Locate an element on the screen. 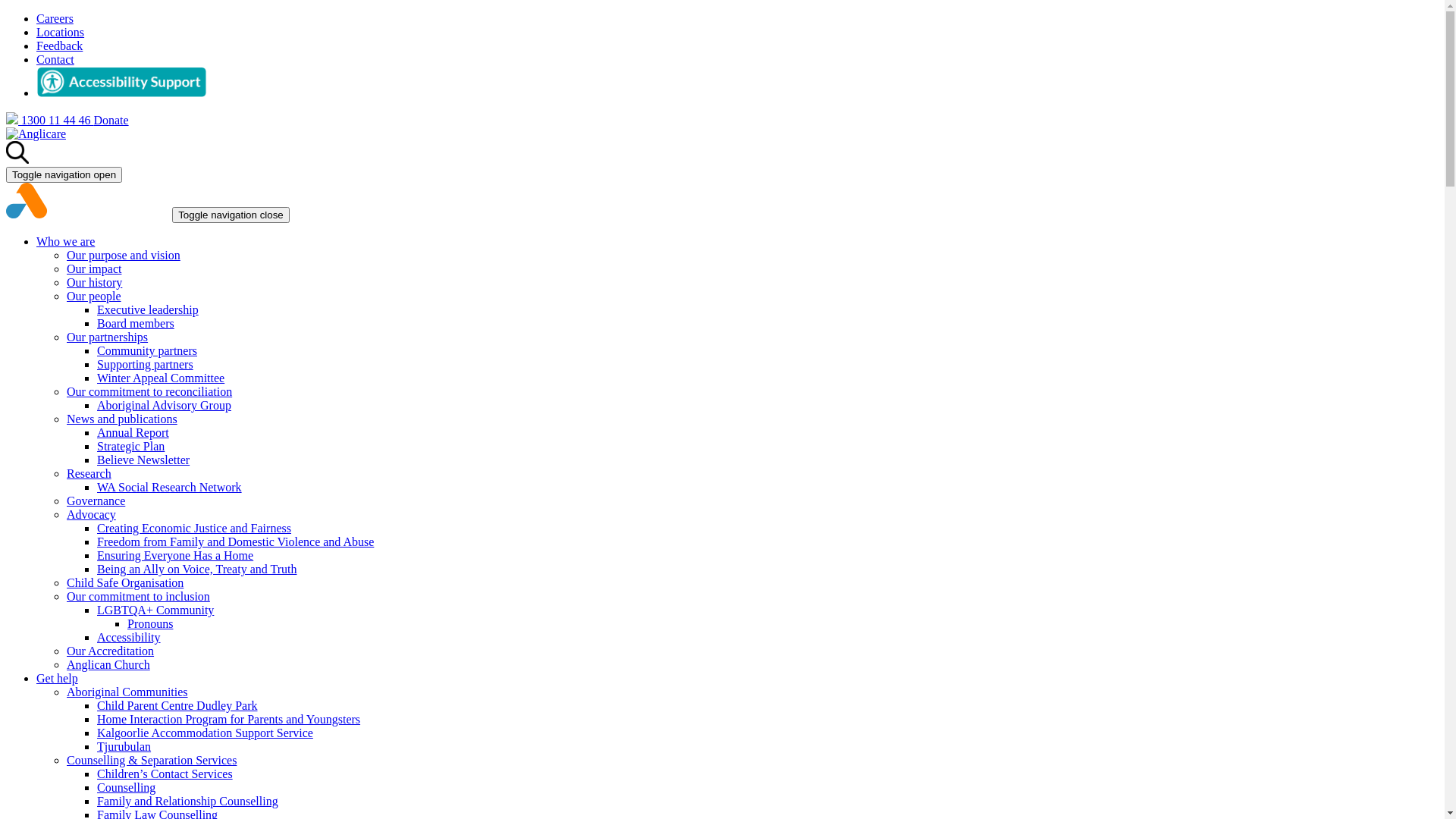  'Counselling & Separation Services' is located at coordinates (152, 760).